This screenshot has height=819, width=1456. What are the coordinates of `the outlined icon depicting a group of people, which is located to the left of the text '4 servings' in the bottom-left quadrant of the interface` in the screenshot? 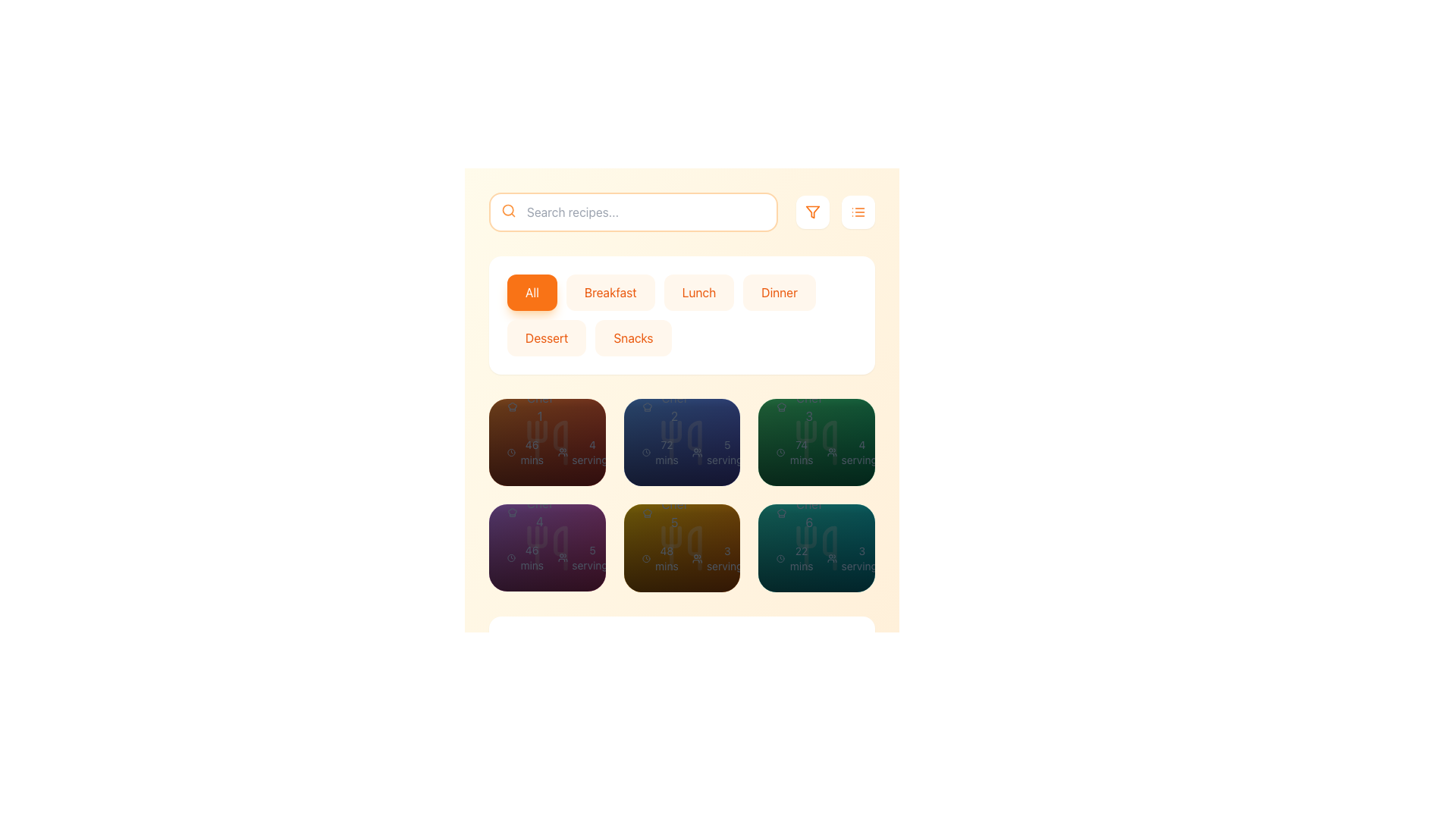 It's located at (562, 452).